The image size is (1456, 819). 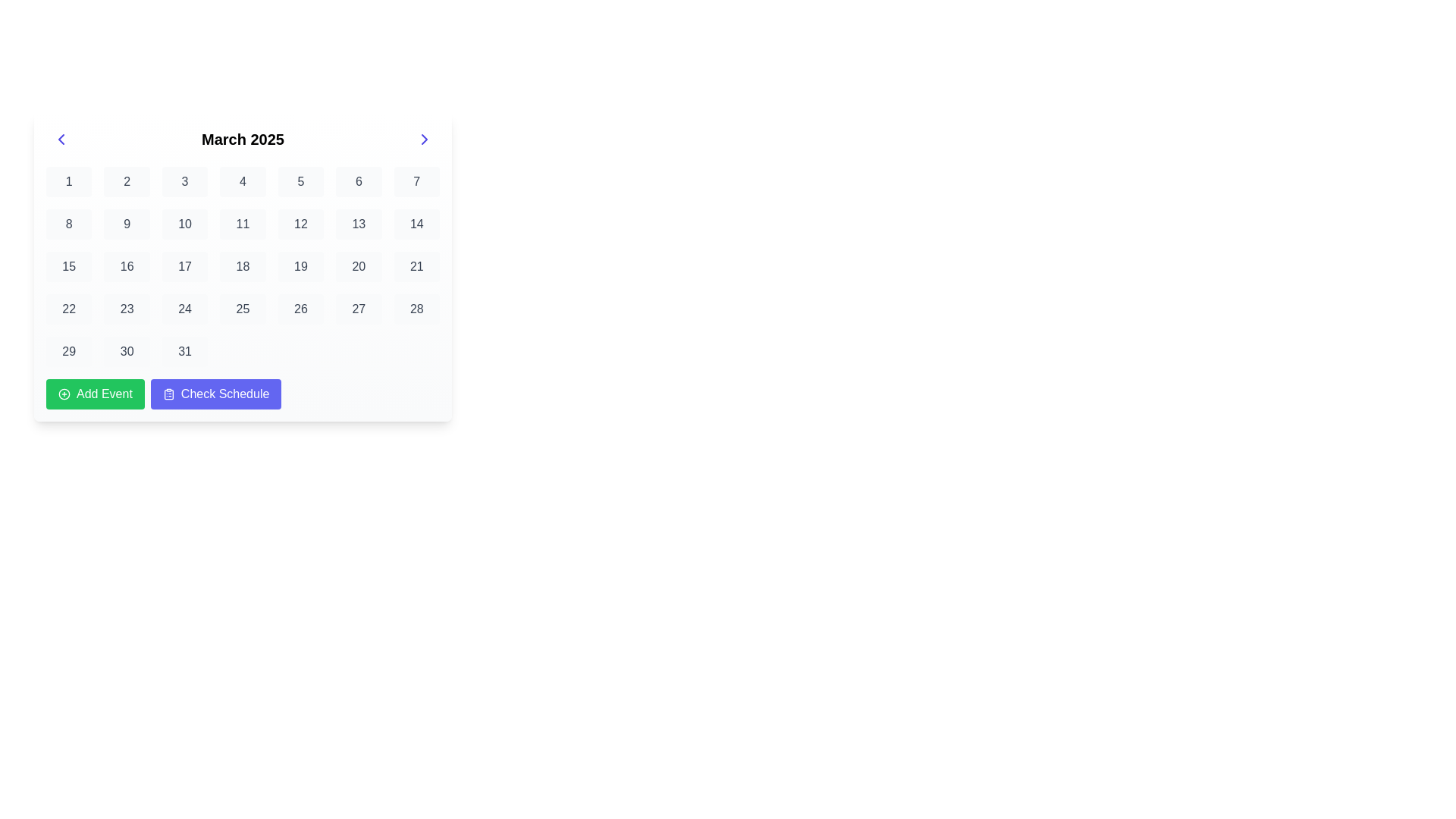 I want to click on the green circular outline component within the 'Add Event' button, so click(x=64, y=394).